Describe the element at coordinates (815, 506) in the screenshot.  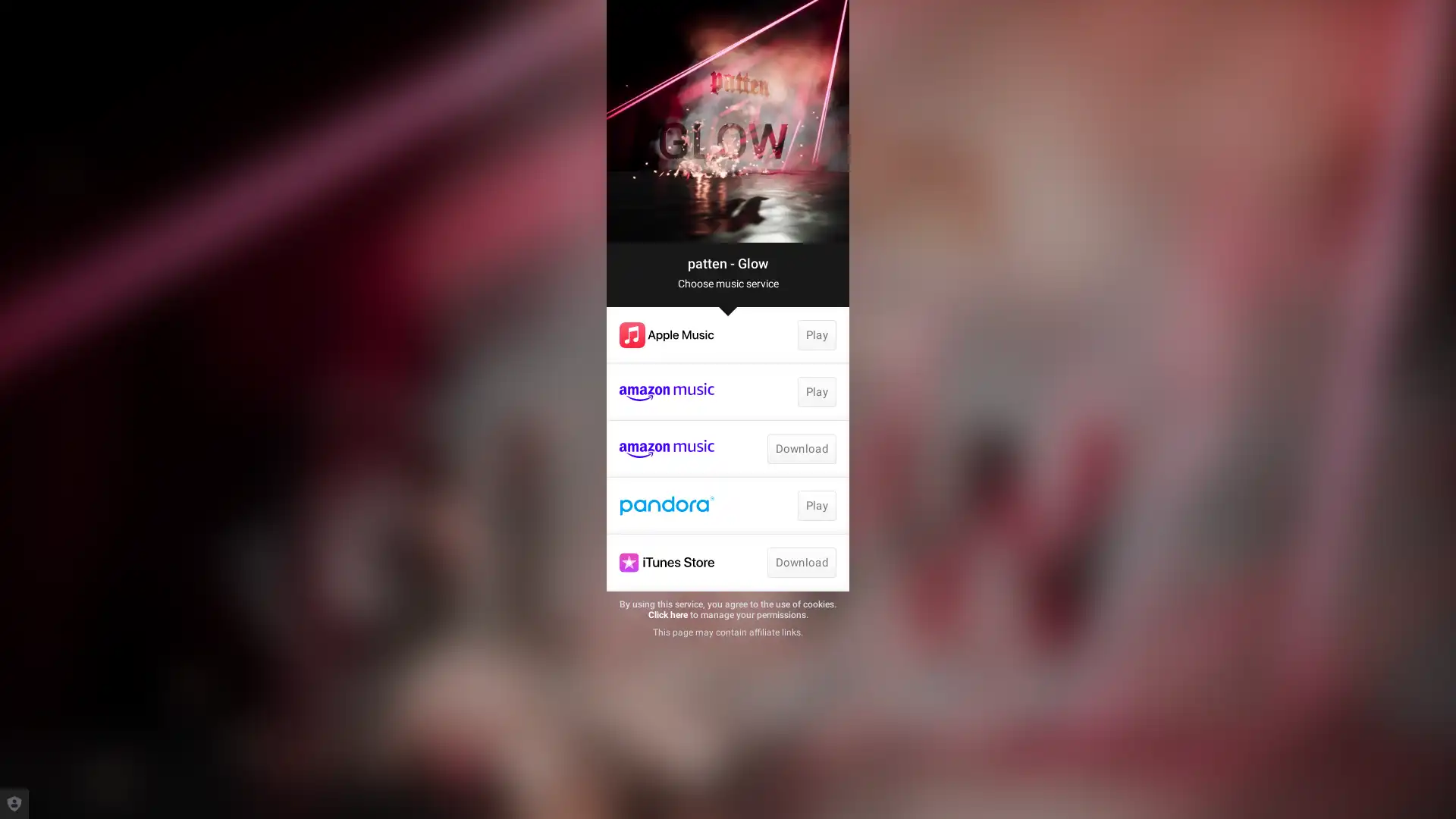
I see `Play` at that location.